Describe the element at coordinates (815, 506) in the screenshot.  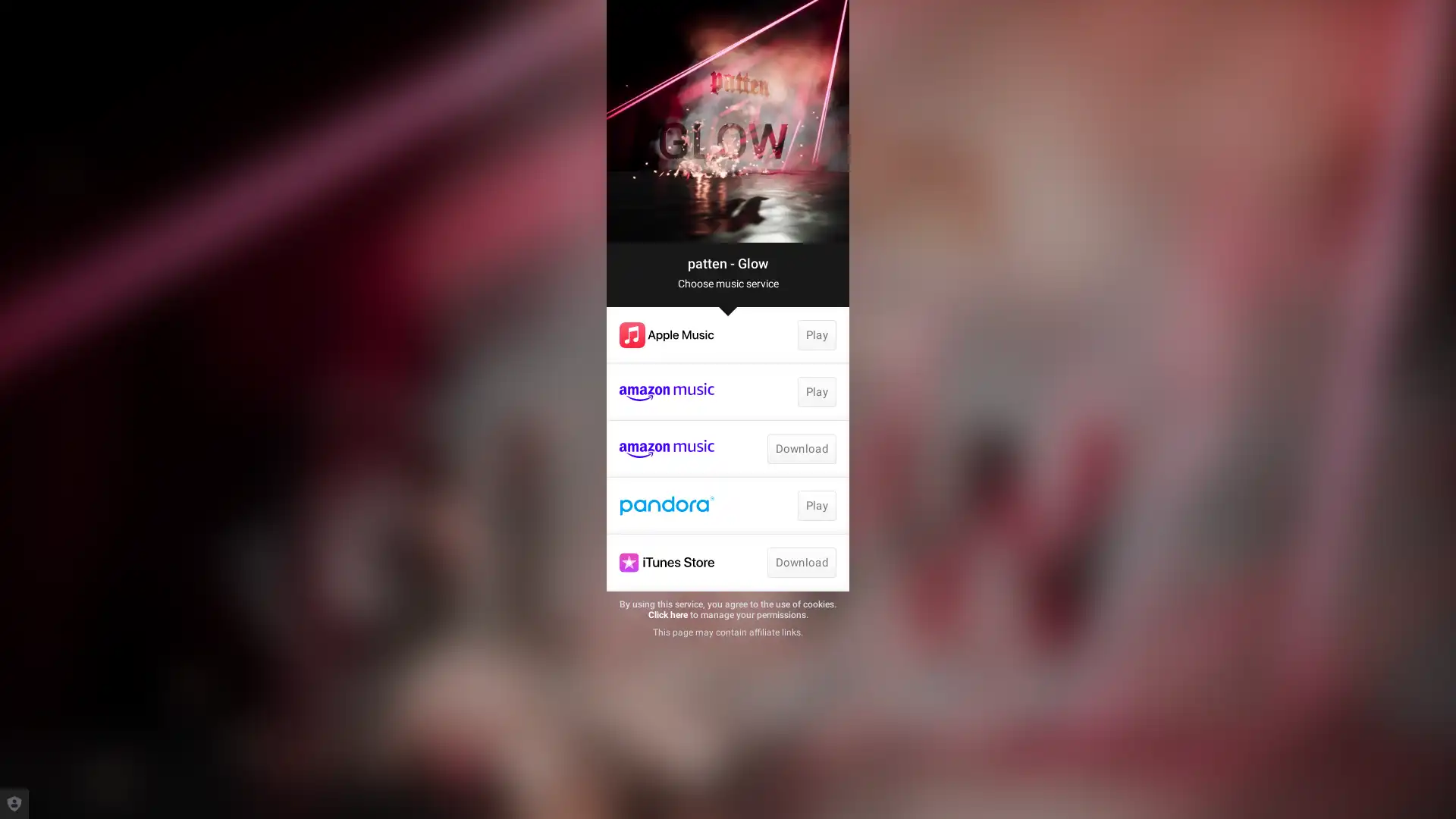
I see `Play` at that location.